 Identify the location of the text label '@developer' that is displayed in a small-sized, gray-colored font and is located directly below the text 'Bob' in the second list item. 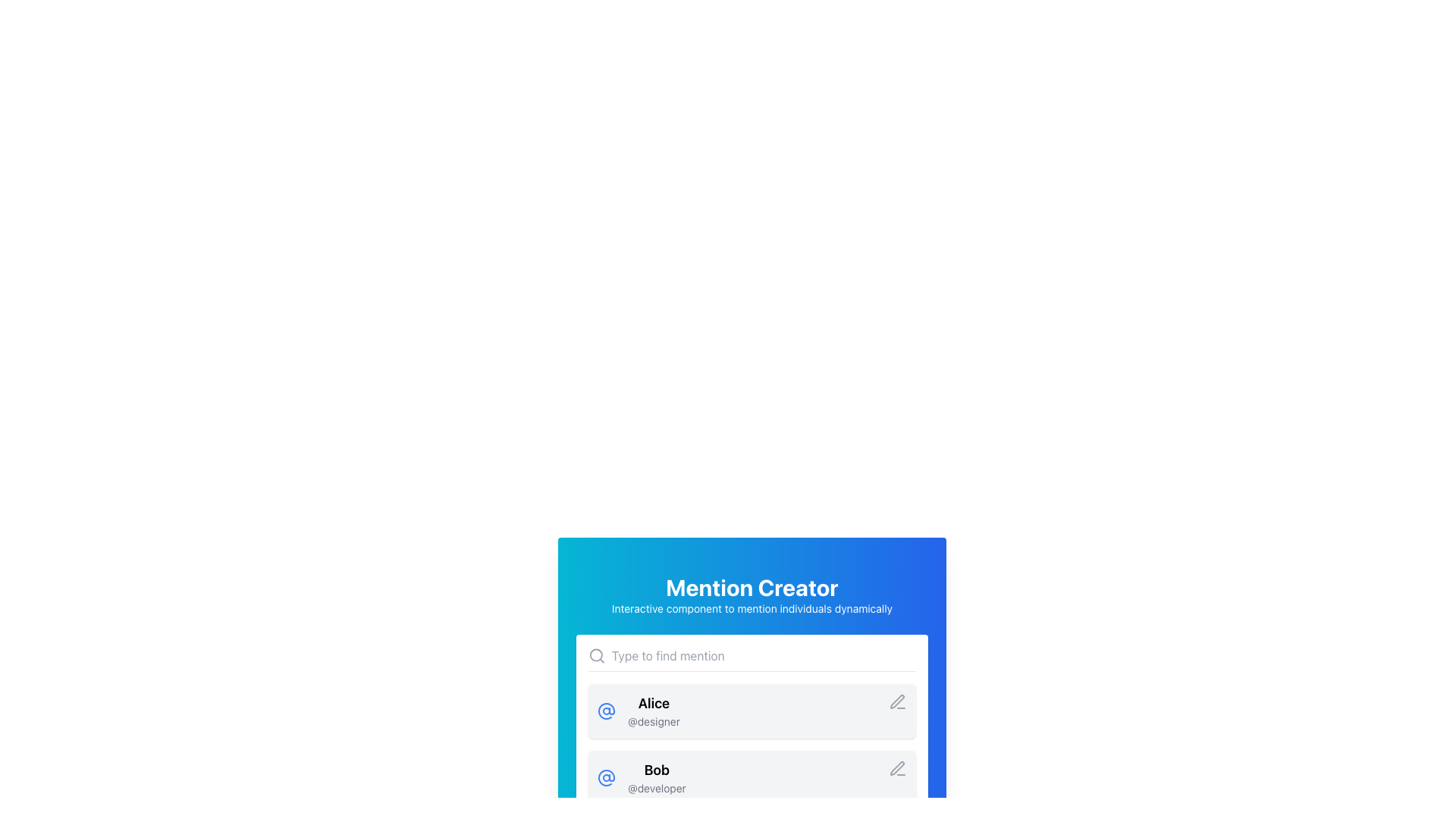
(657, 788).